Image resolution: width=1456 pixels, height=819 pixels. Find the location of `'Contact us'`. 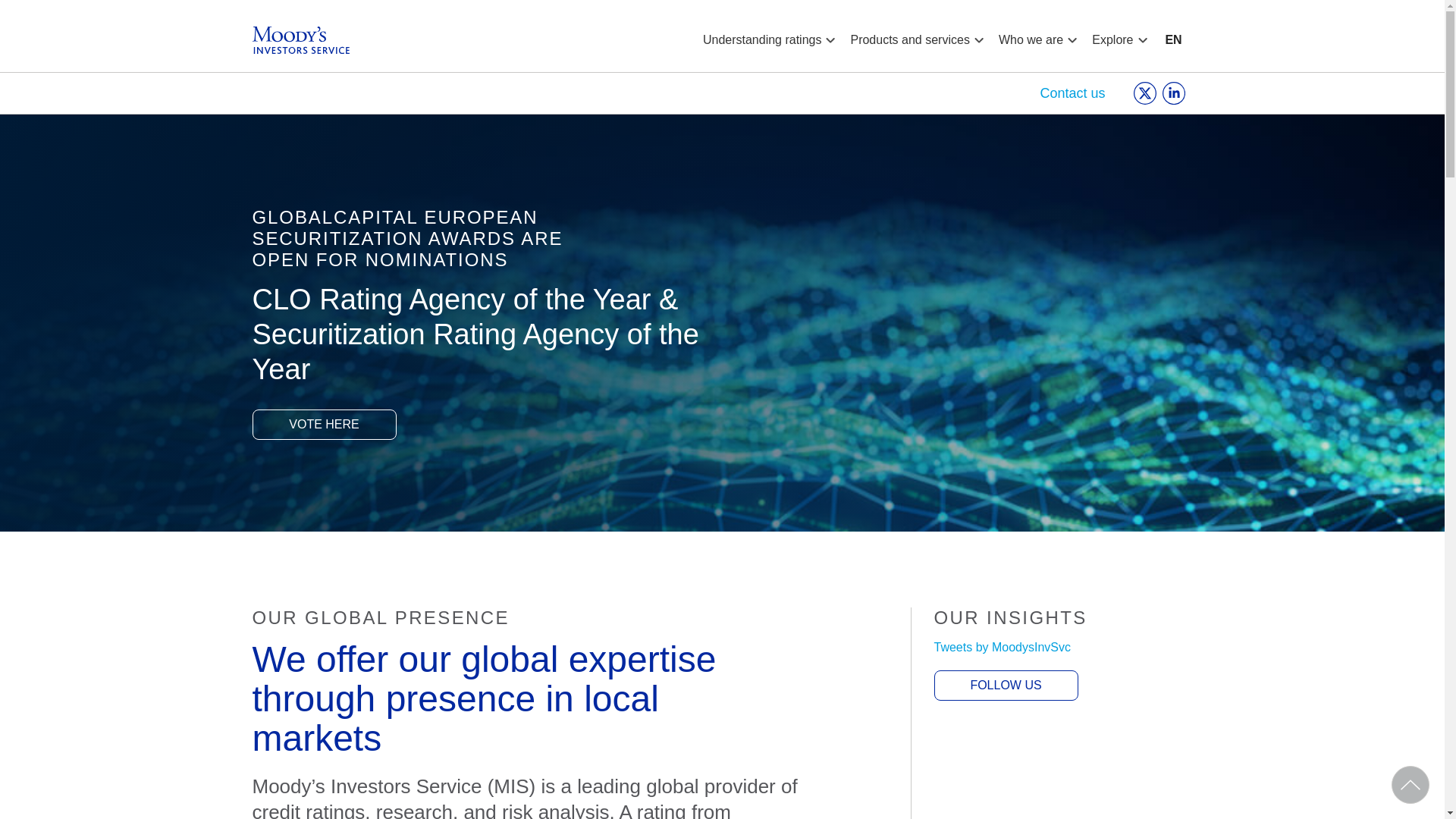

'Contact us' is located at coordinates (1039, 93).